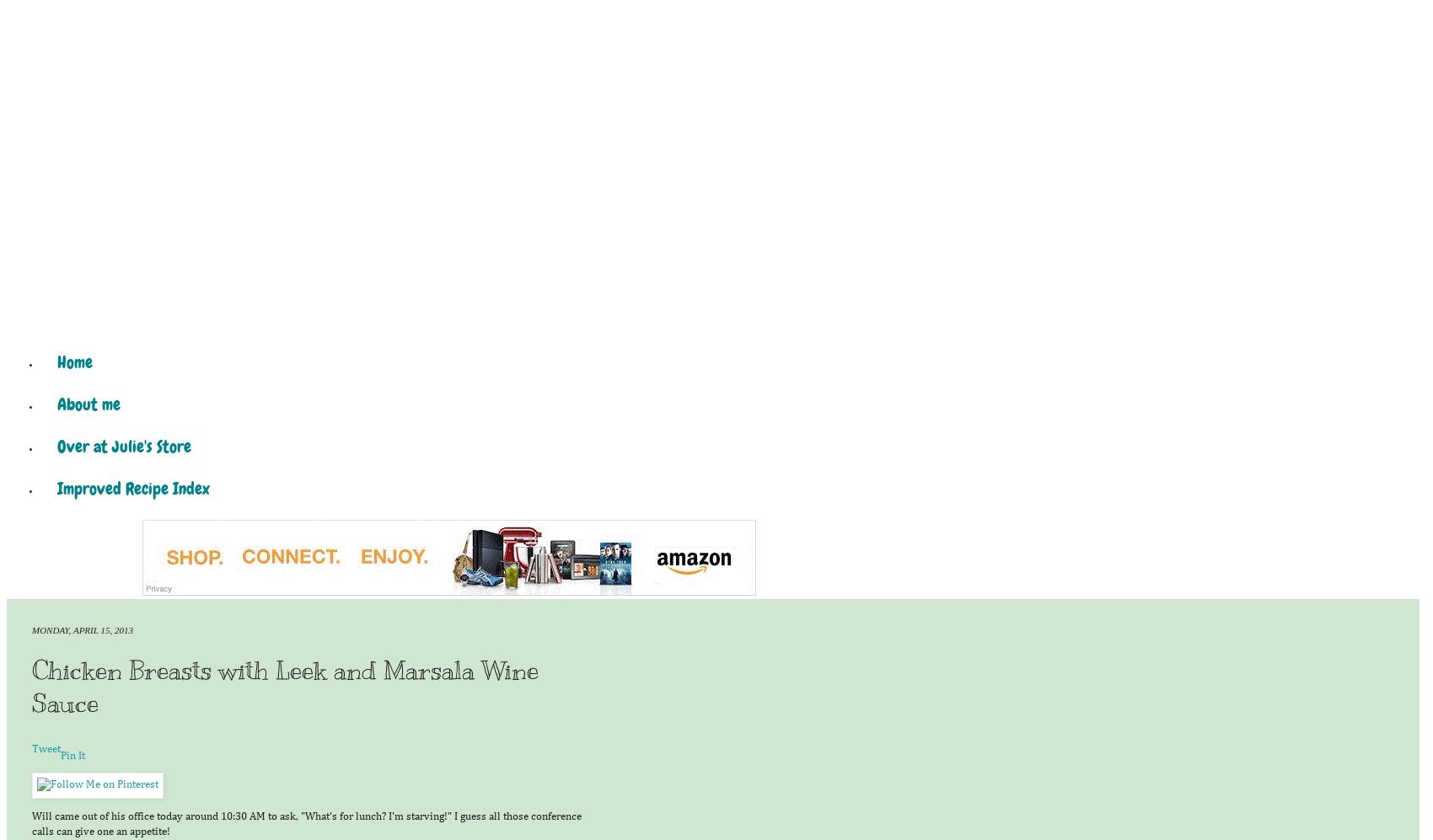 This screenshot has width=1433, height=840. What do you see at coordinates (89, 404) in the screenshot?
I see `'About me'` at bounding box center [89, 404].